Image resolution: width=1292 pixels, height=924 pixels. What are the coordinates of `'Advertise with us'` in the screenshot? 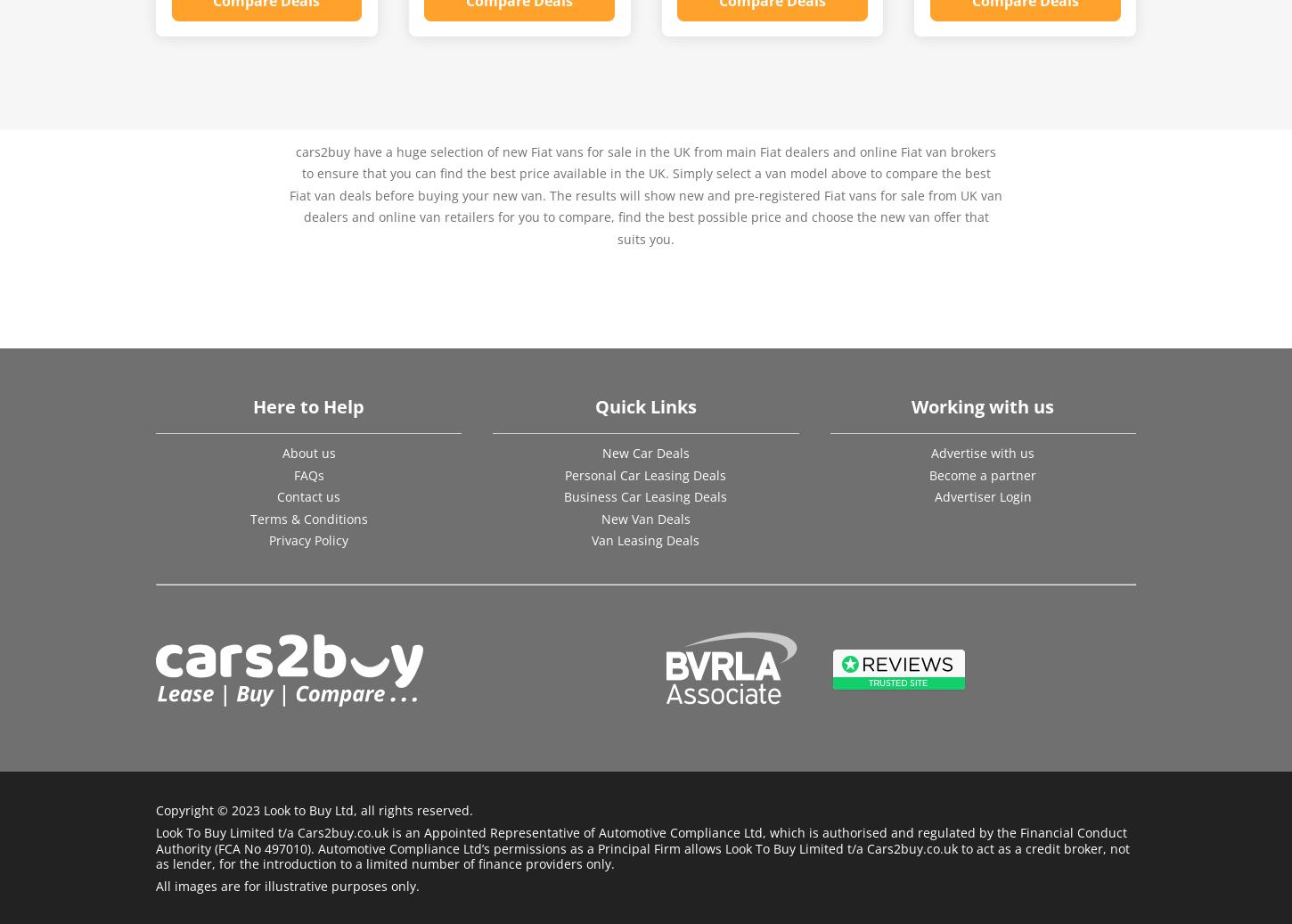 It's located at (982, 452).